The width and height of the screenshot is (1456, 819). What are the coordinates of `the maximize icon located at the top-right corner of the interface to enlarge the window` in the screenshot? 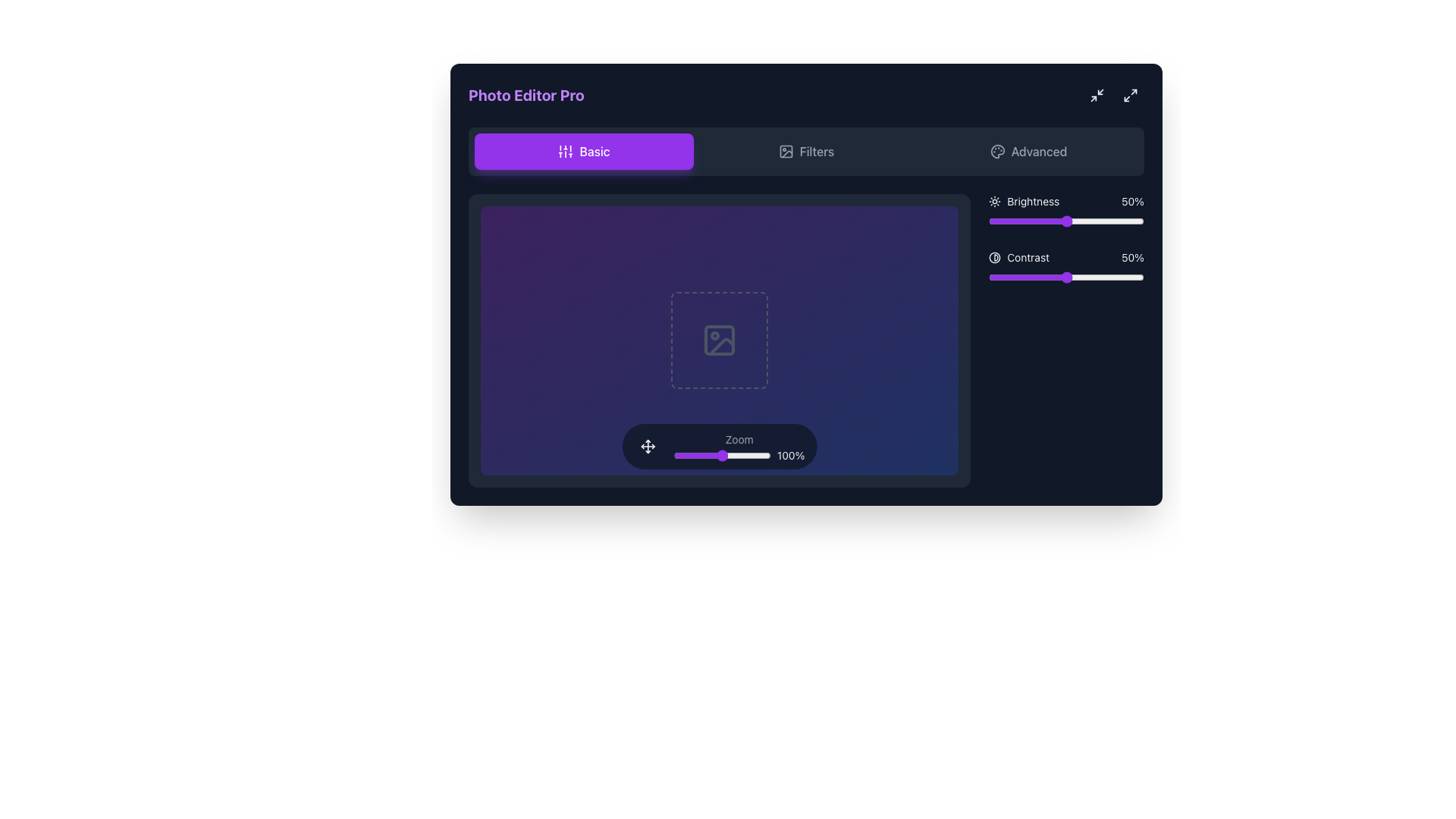 It's located at (1131, 96).